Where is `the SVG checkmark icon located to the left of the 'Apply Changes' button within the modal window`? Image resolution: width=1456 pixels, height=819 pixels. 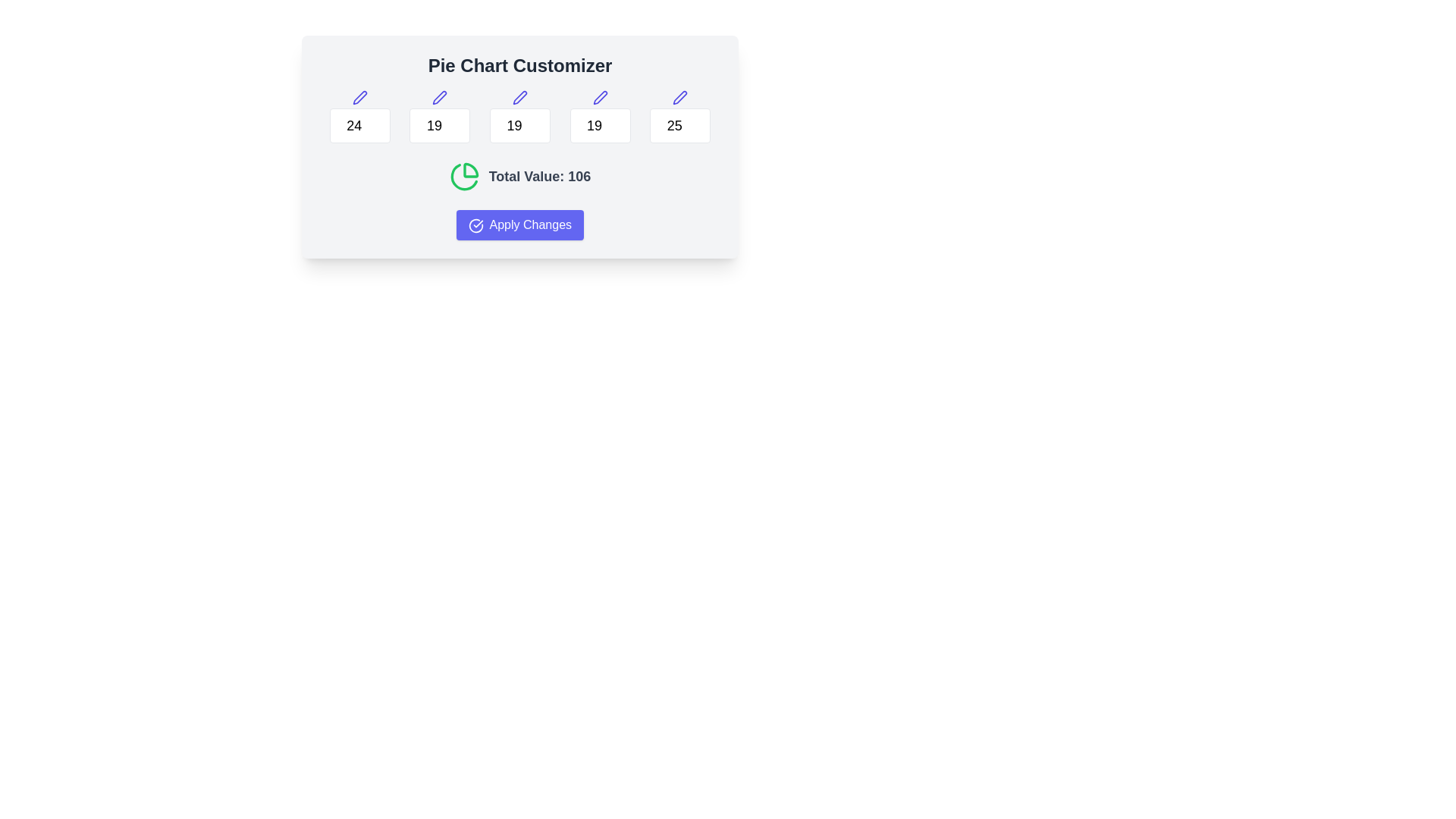
the SVG checkmark icon located to the left of the 'Apply Changes' button within the modal window is located at coordinates (475, 225).